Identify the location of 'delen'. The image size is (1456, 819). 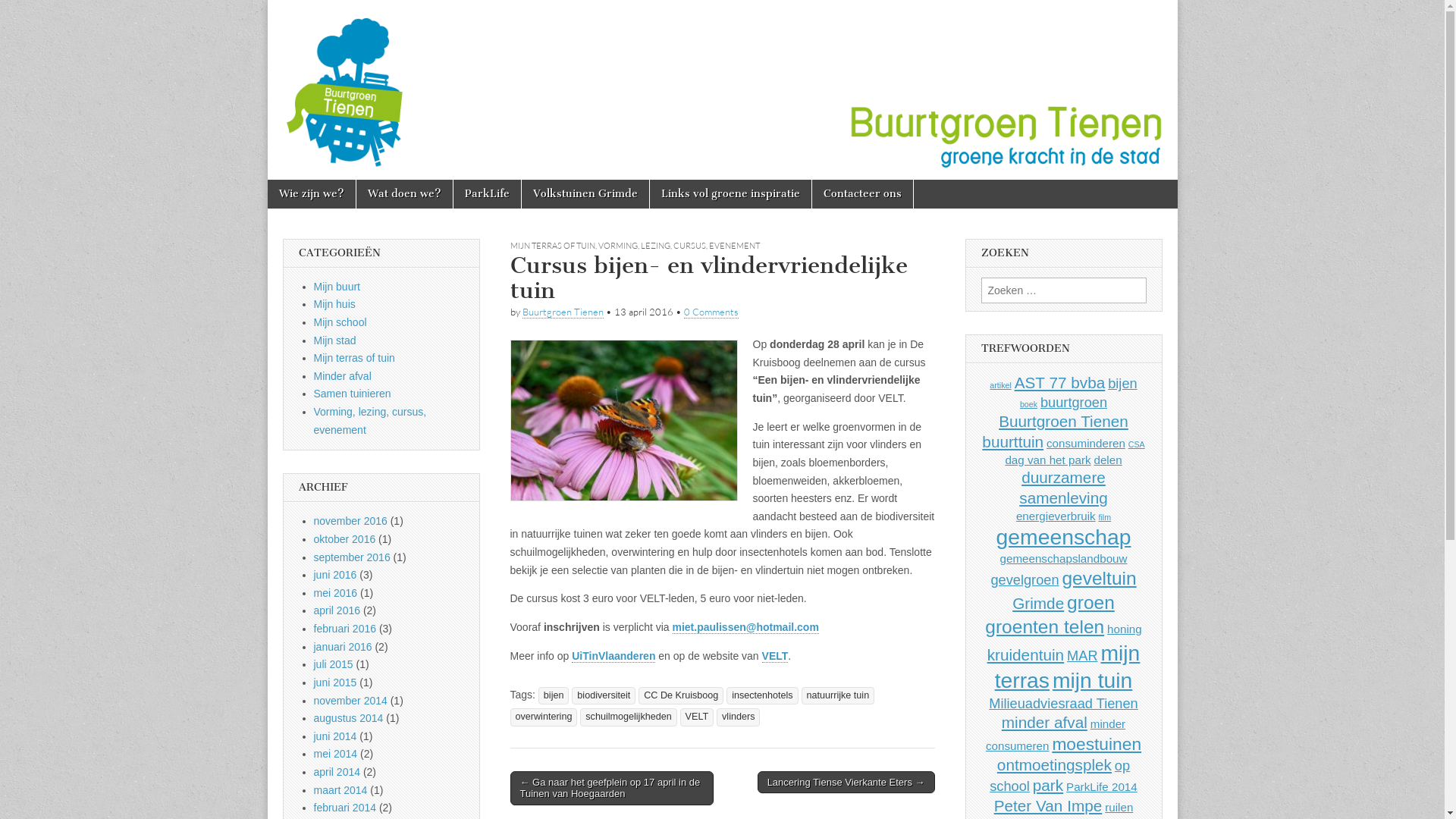
(1107, 459).